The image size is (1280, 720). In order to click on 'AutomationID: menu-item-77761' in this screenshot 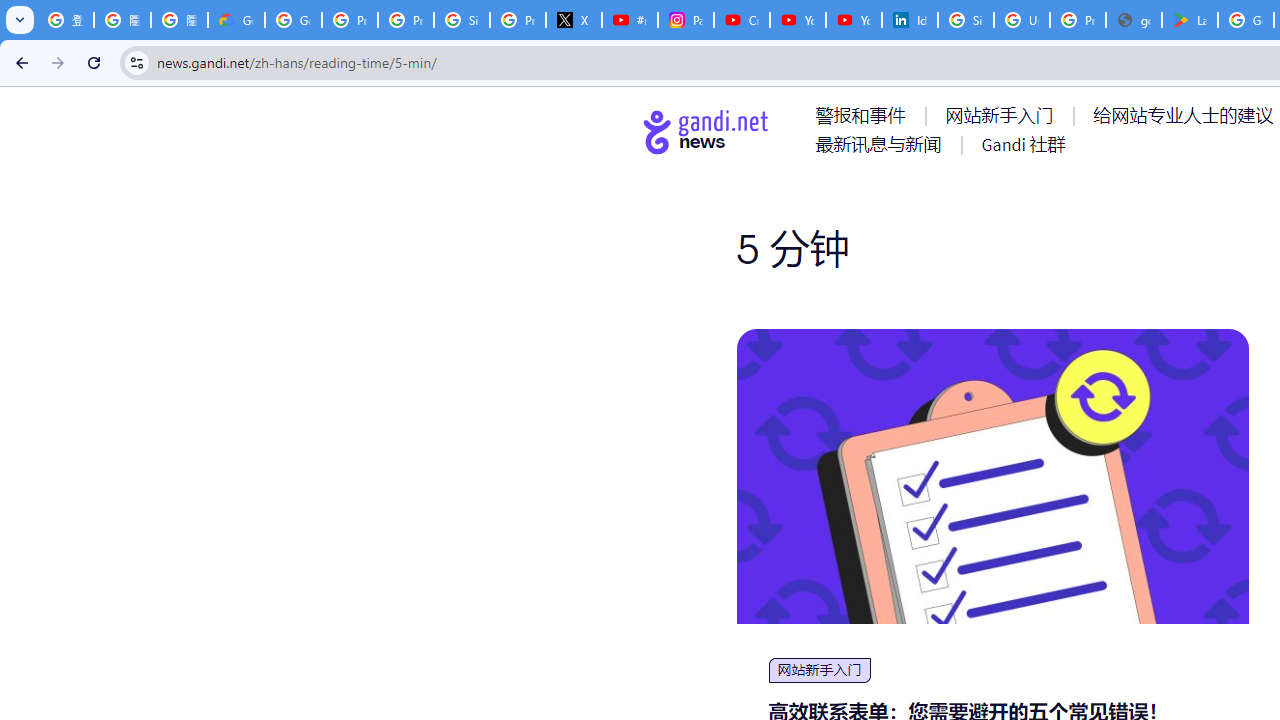, I will do `click(864, 115)`.